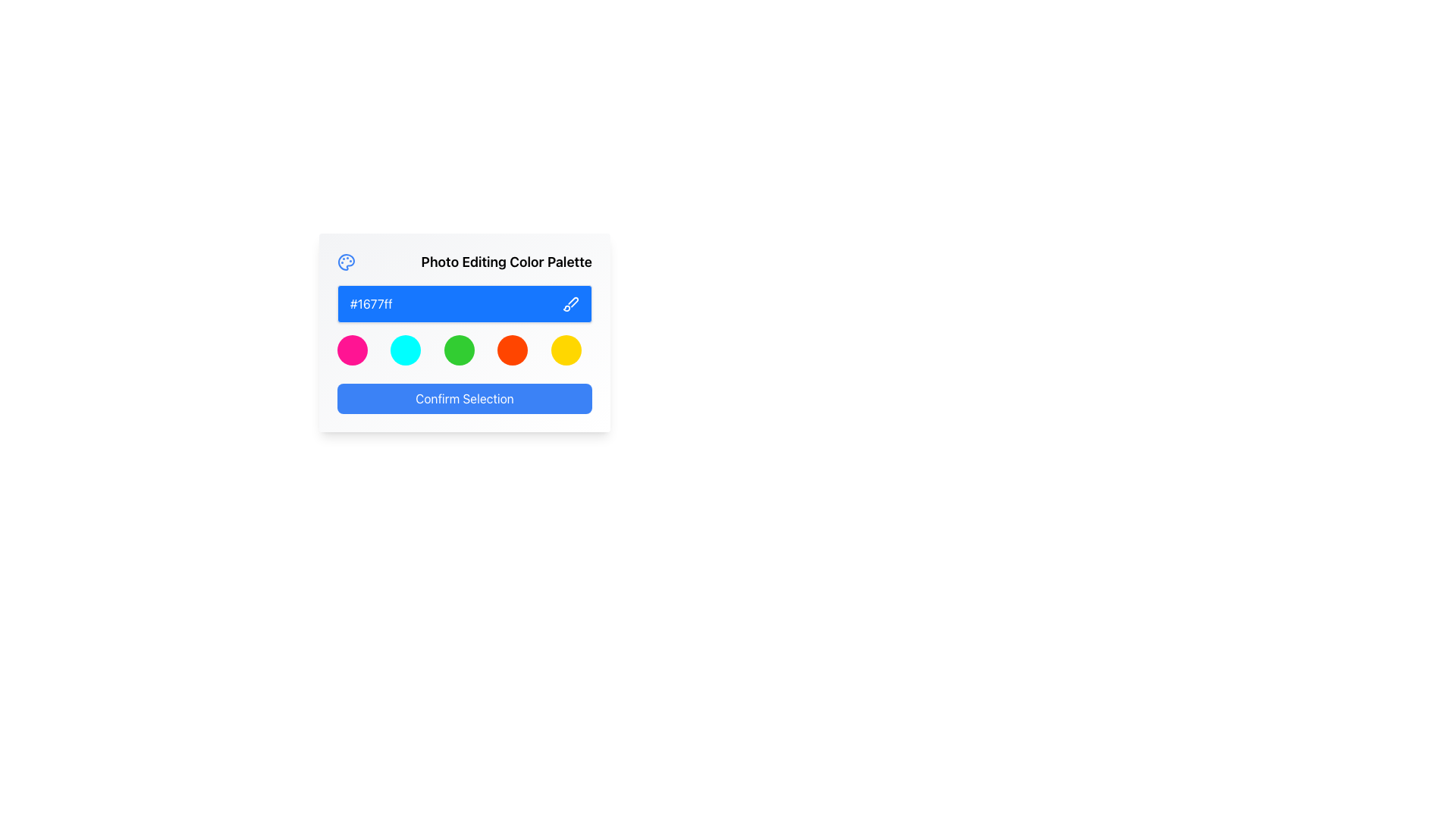 The image size is (1456, 819). What do you see at coordinates (345, 262) in the screenshot?
I see `the painter's palette icon located to the left of the title 'Photo Editing Color Palette', characterized by its blue hue and multiple painted circles` at bounding box center [345, 262].